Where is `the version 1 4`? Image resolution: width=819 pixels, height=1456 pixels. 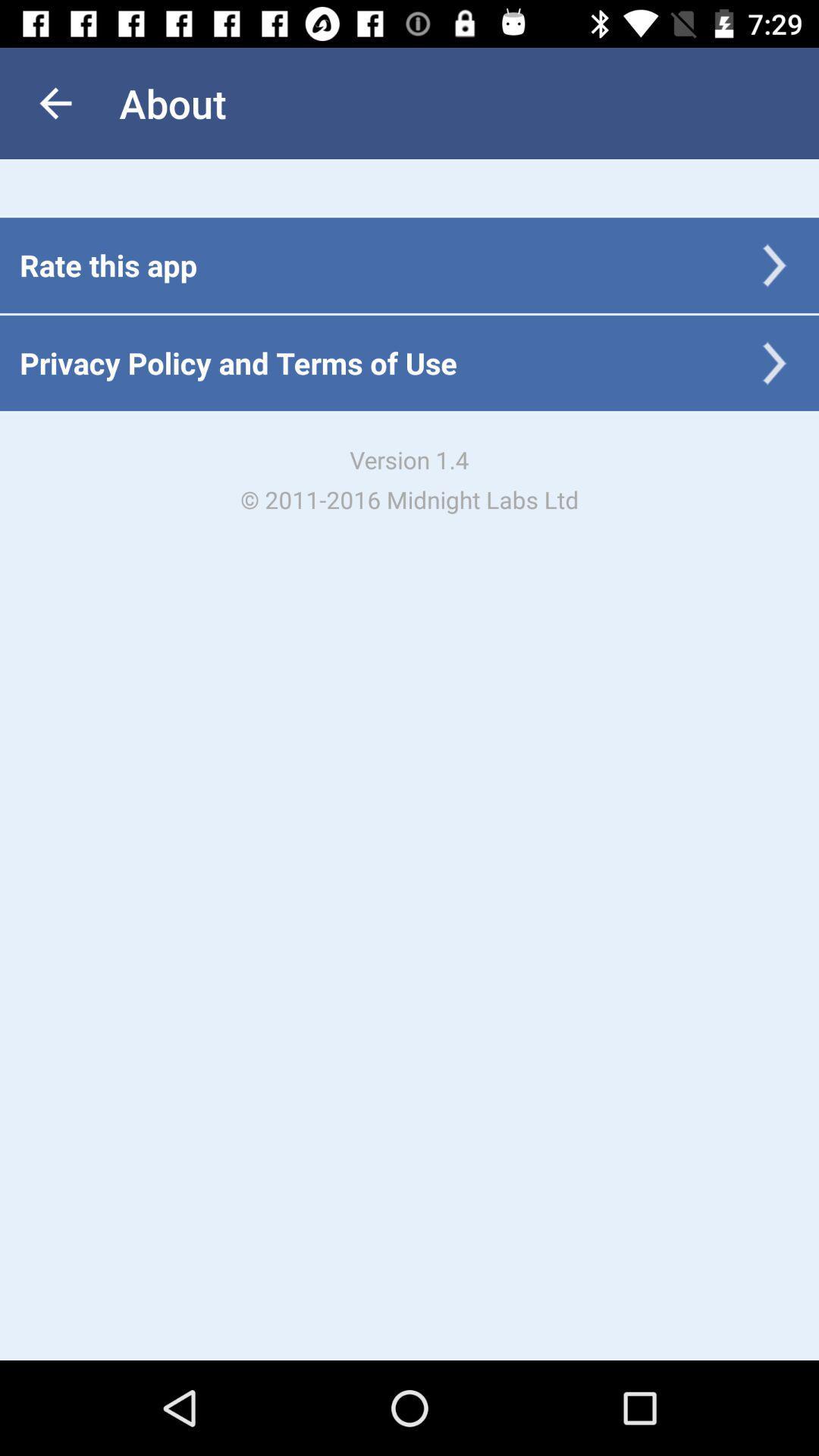 the version 1 4 is located at coordinates (409, 479).